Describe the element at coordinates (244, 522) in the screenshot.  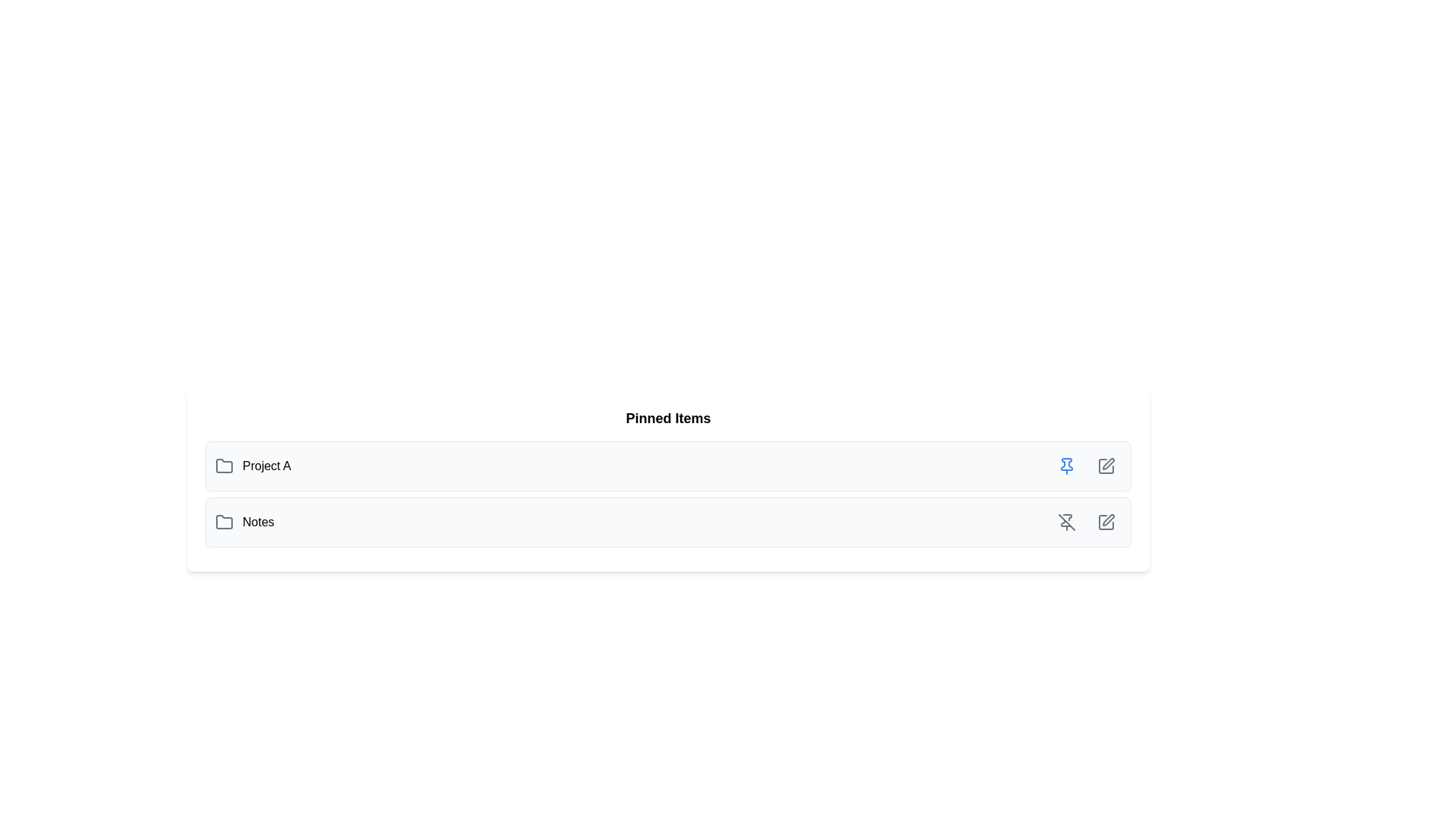
I see `the folder icon in the 'Notes' text label` at that location.